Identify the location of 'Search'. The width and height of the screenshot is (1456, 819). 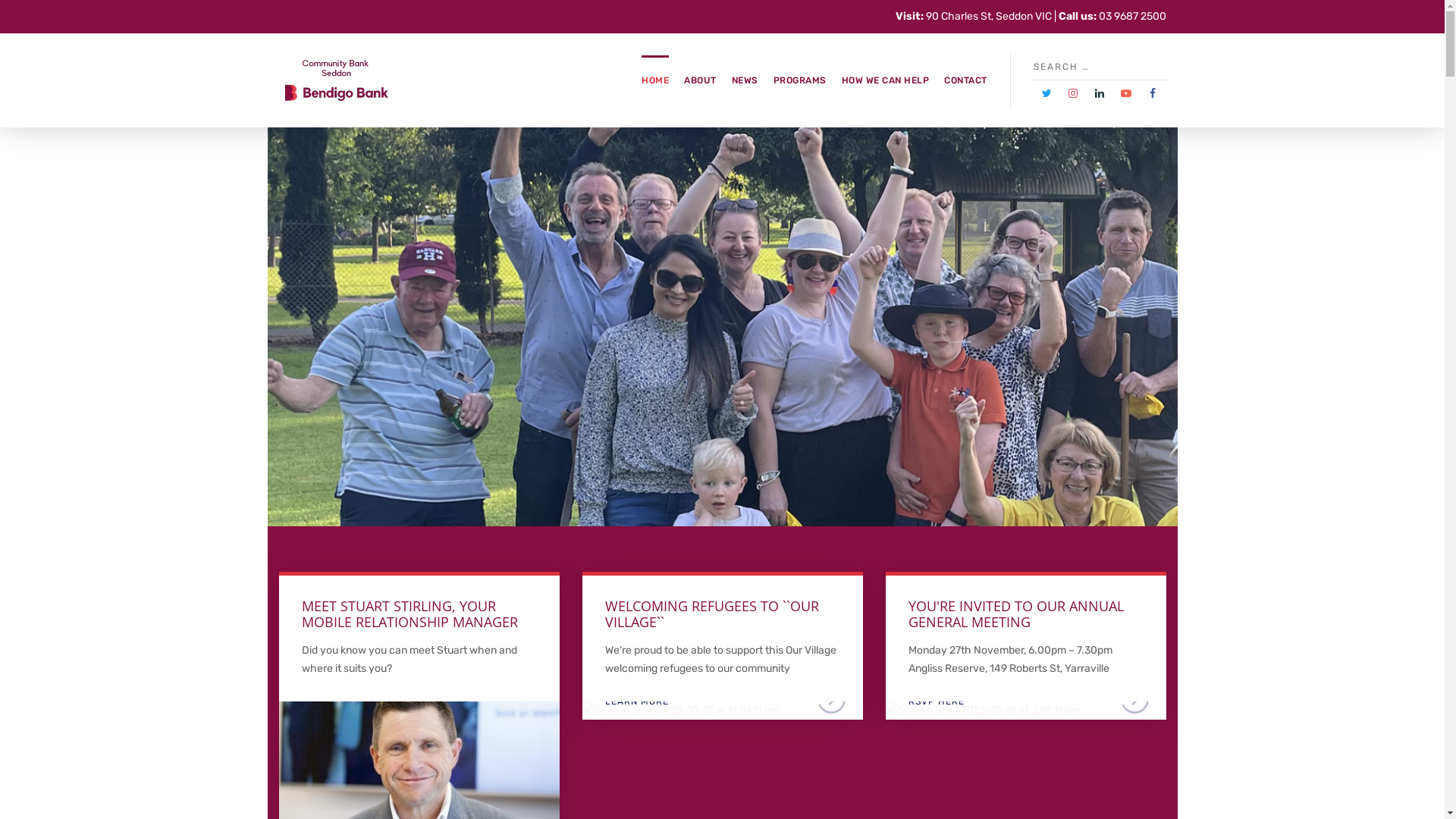
(1157, 66).